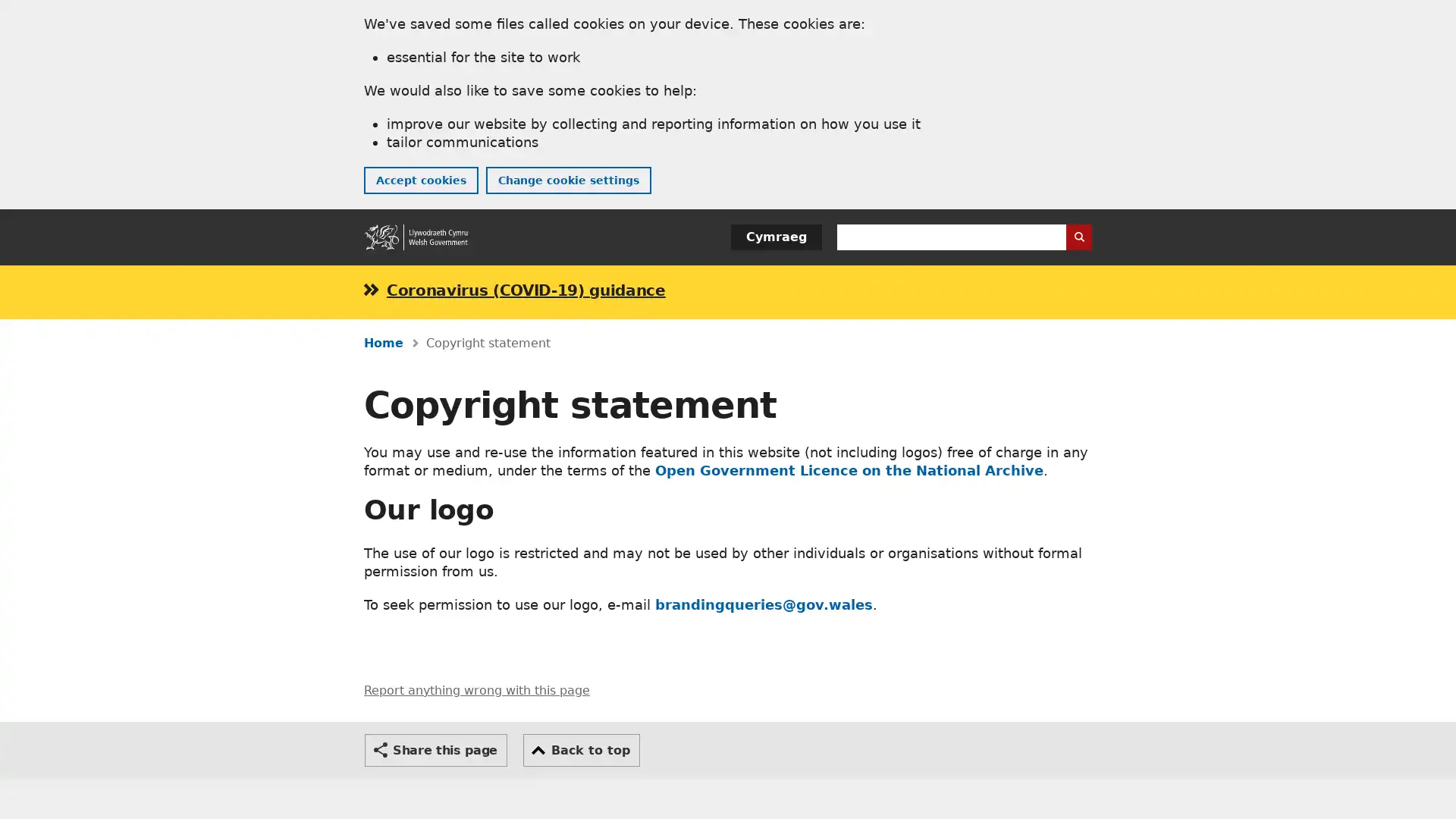 The width and height of the screenshot is (1456, 819). I want to click on Search website, so click(1078, 237).